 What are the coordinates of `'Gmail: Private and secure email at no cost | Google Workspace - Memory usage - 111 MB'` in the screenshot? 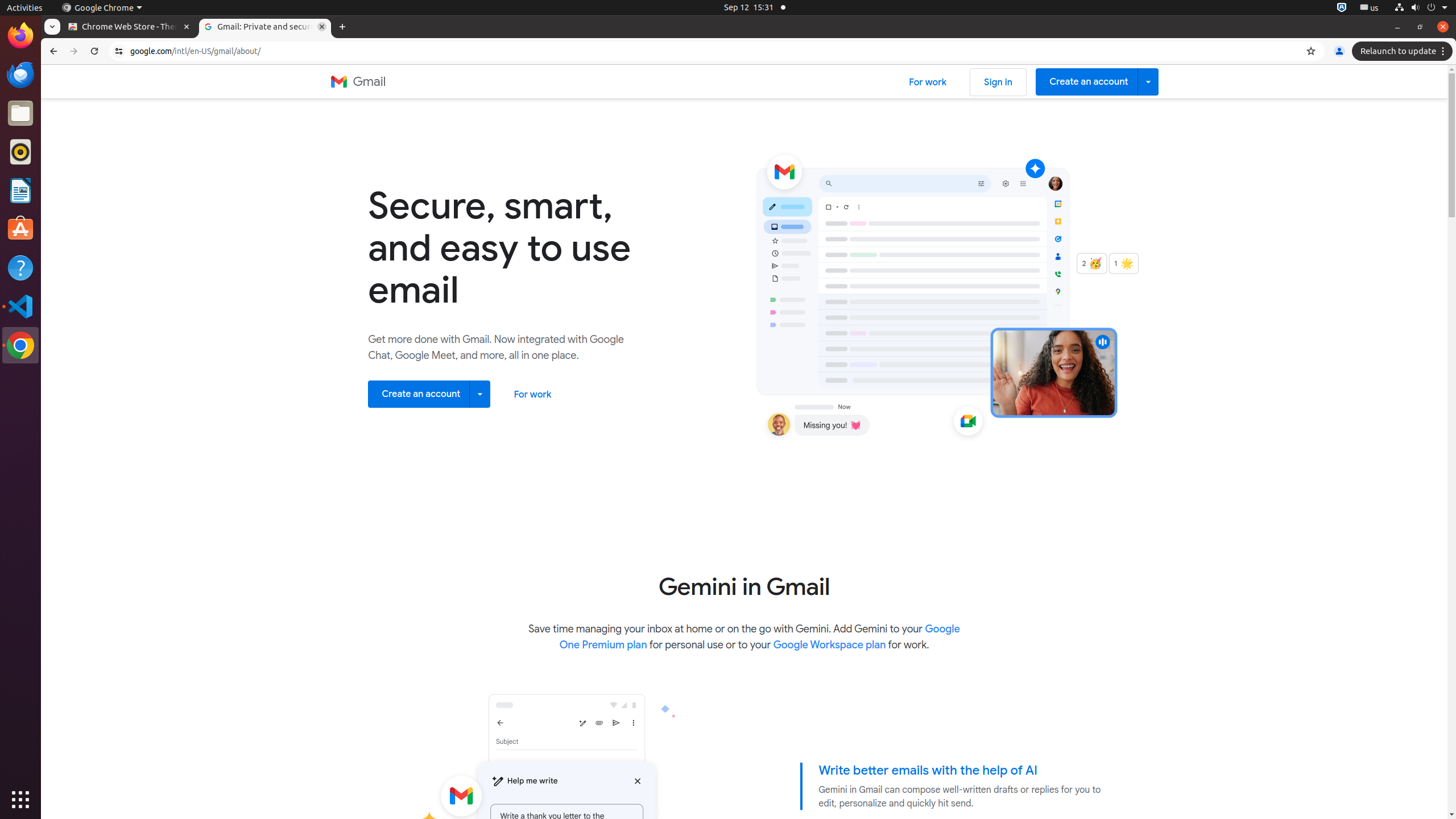 It's located at (264, 26).